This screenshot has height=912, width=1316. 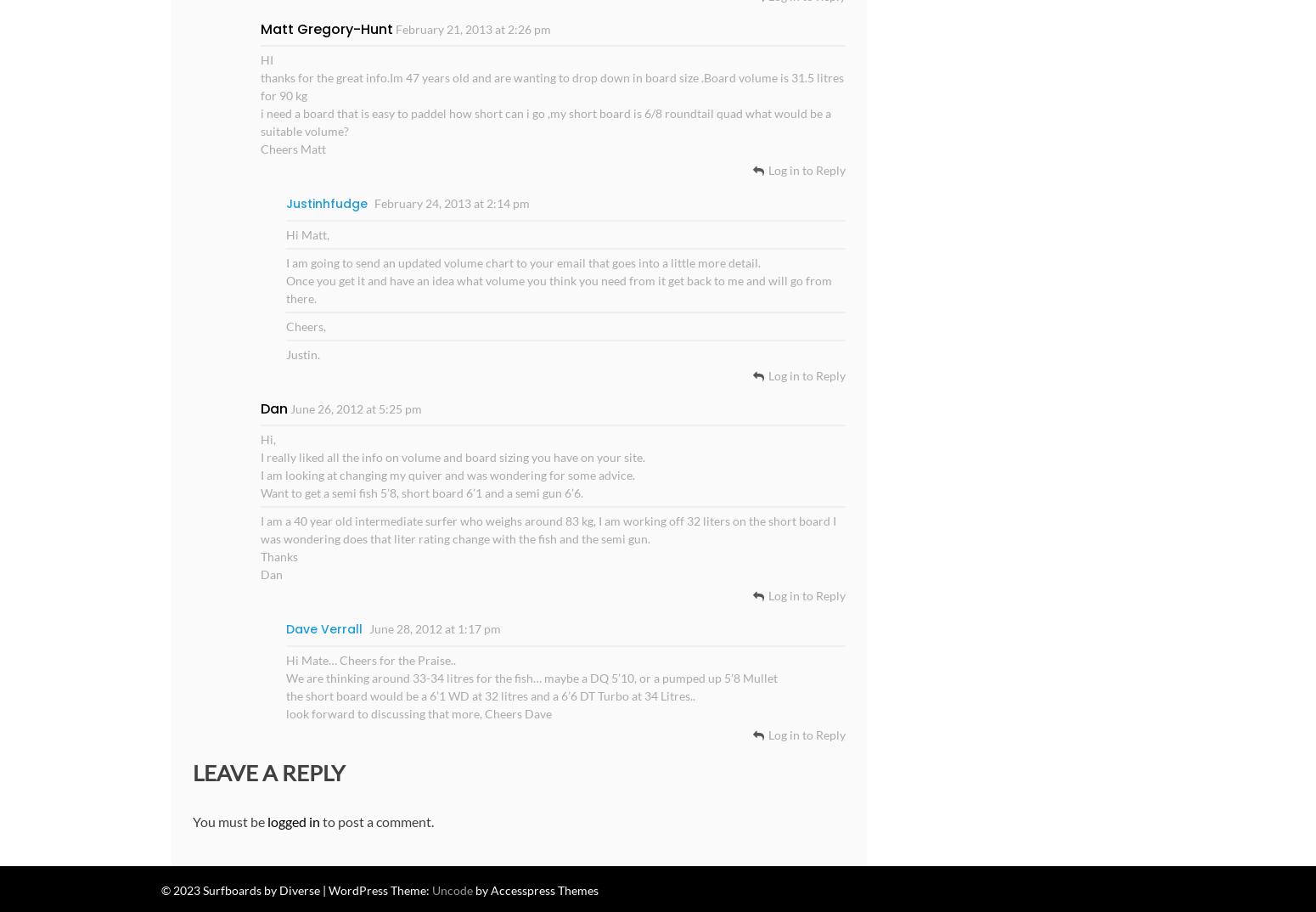 What do you see at coordinates (374, 201) in the screenshot?
I see `'February 24, 2013 at 2:14 pm'` at bounding box center [374, 201].